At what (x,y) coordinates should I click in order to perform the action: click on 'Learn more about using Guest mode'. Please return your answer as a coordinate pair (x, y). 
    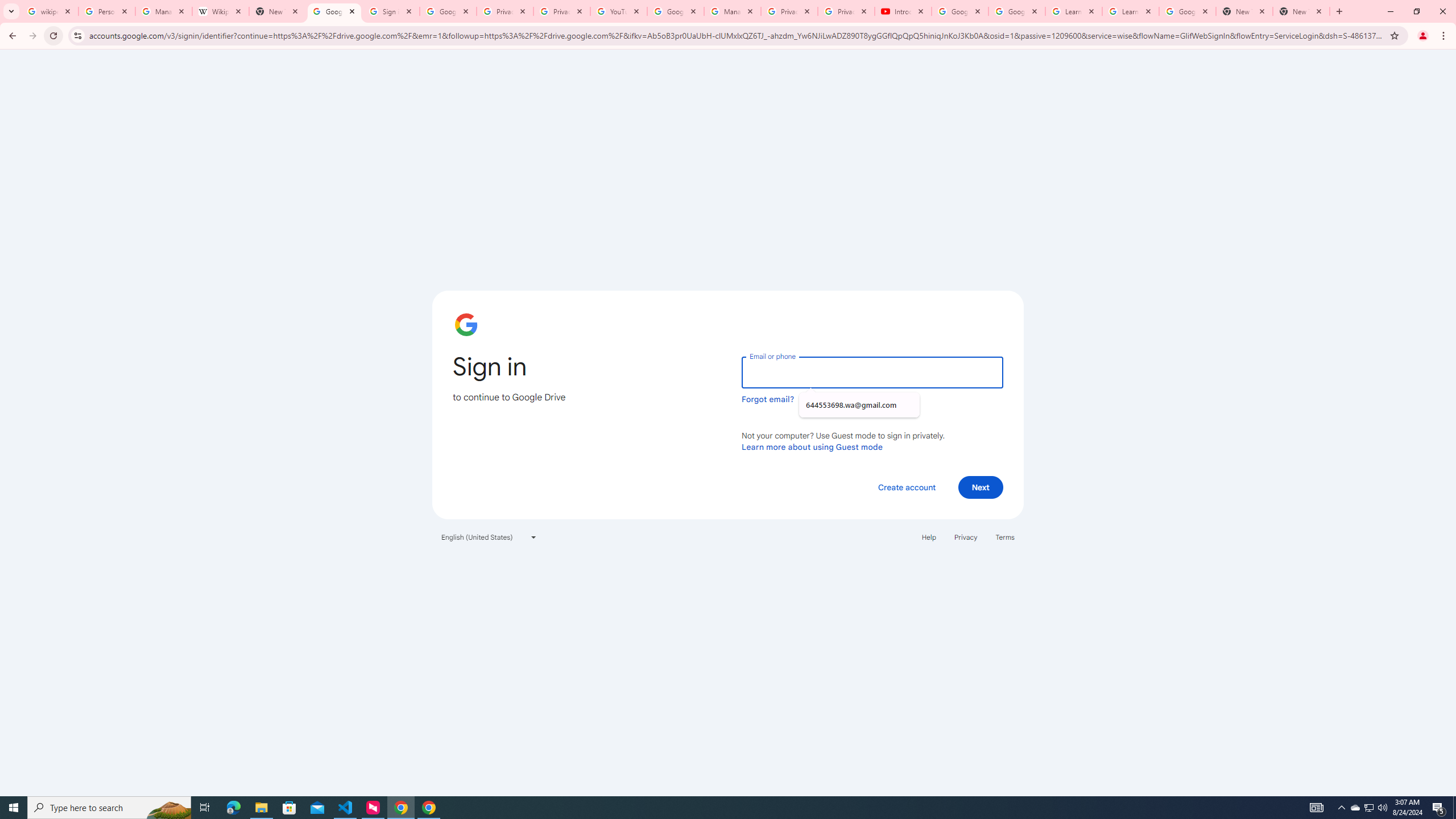
    Looking at the image, I should click on (812, 446).